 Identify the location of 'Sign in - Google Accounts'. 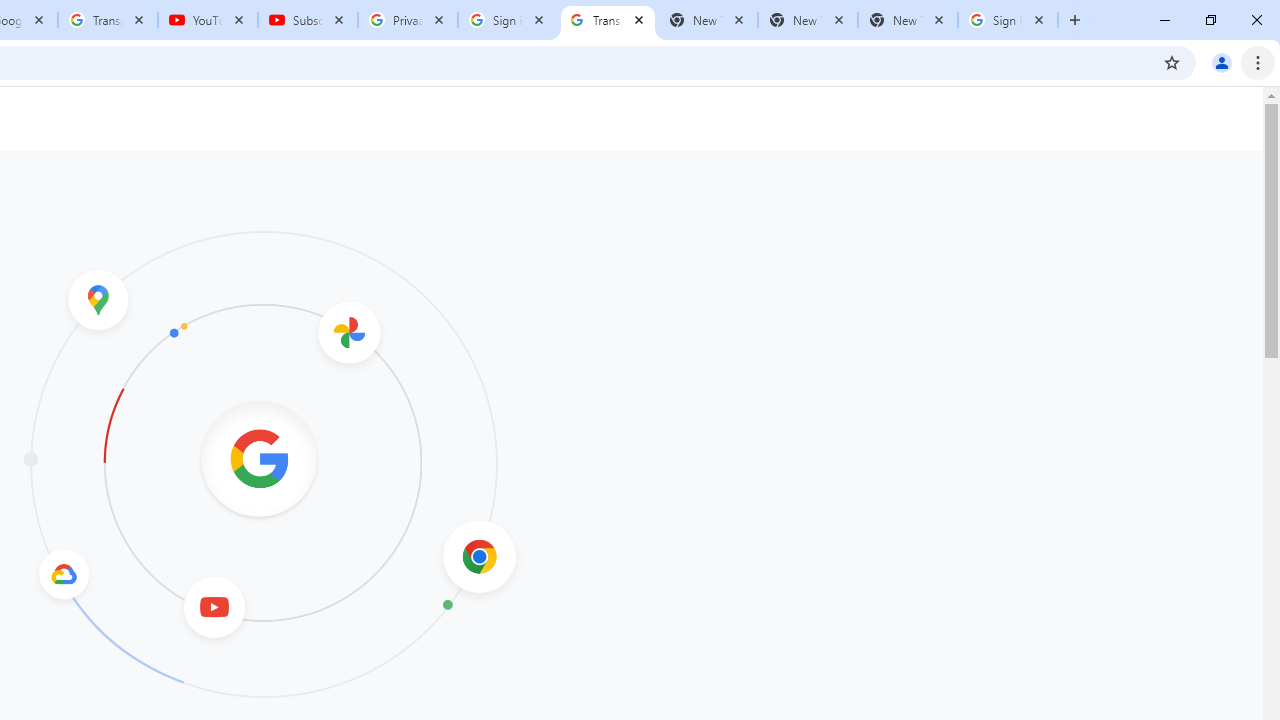
(1008, 20).